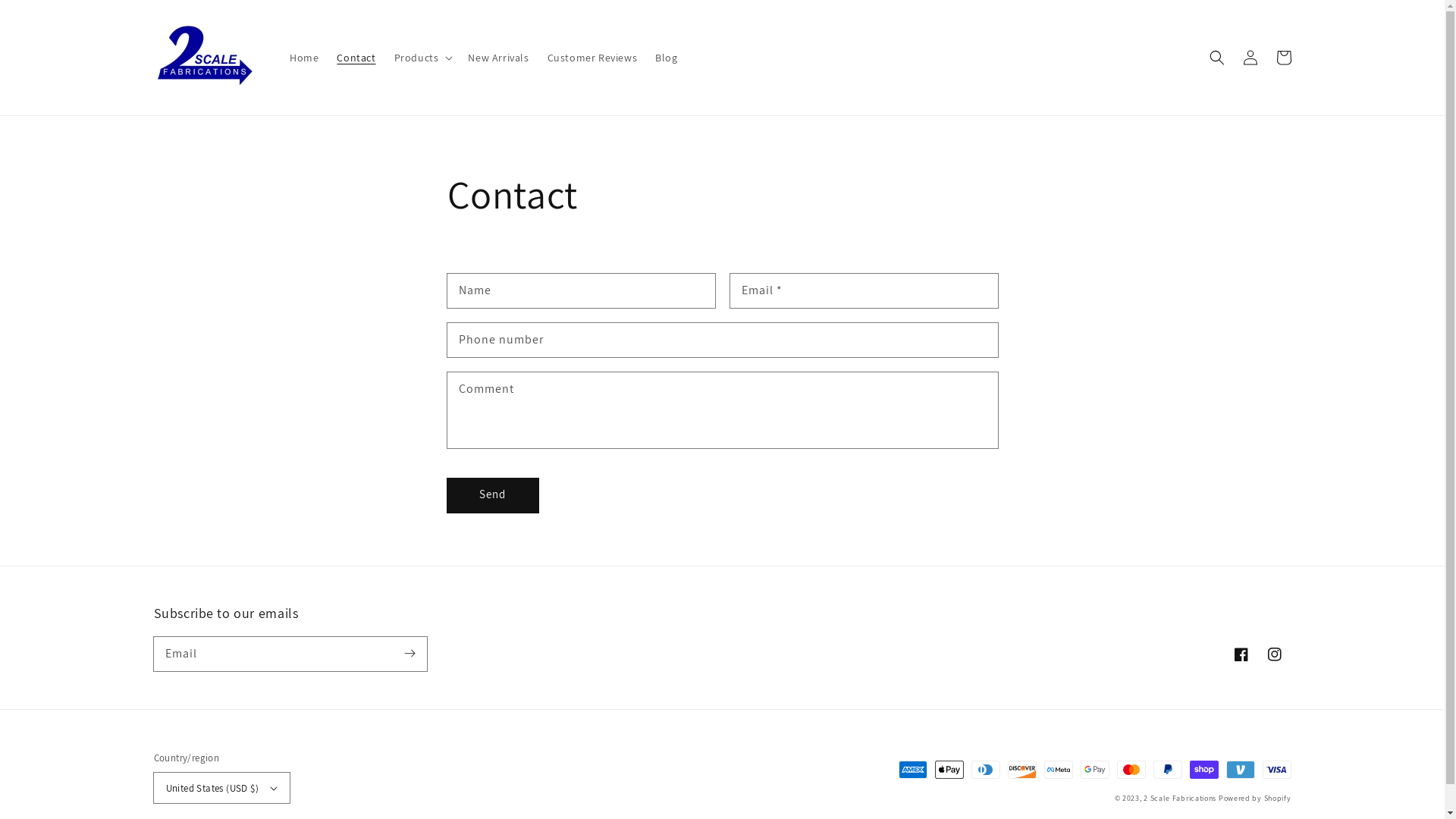 This screenshot has width=1456, height=819. What do you see at coordinates (303, 57) in the screenshot?
I see `'Home'` at bounding box center [303, 57].